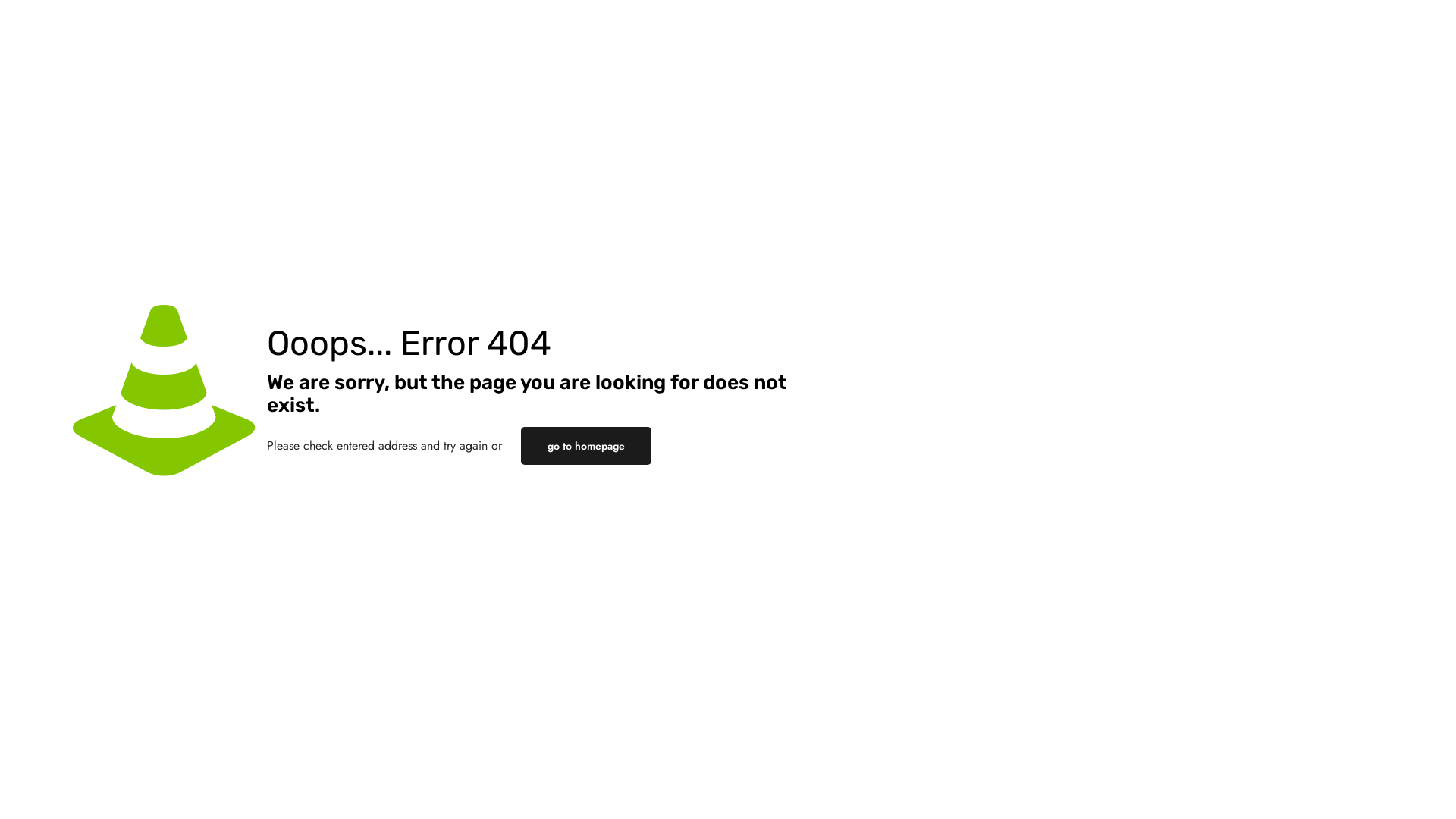  What do you see at coordinates (585, 444) in the screenshot?
I see `'go to homepage'` at bounding box center [585, 444].